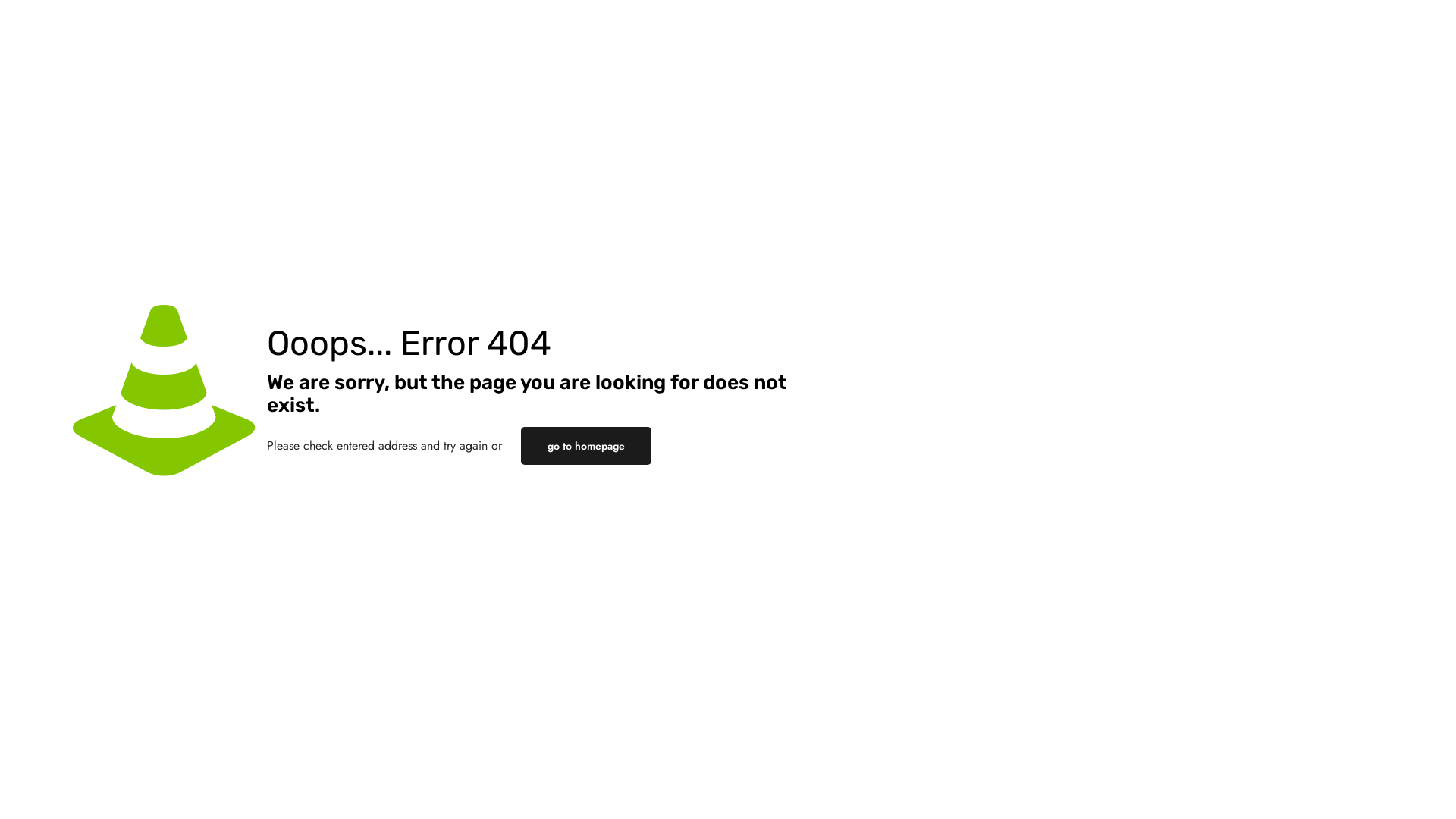  What do you see at coordinates (585, 444) in the screenshot?
I see `'go to homepage'` at bounding box center [585, 444].